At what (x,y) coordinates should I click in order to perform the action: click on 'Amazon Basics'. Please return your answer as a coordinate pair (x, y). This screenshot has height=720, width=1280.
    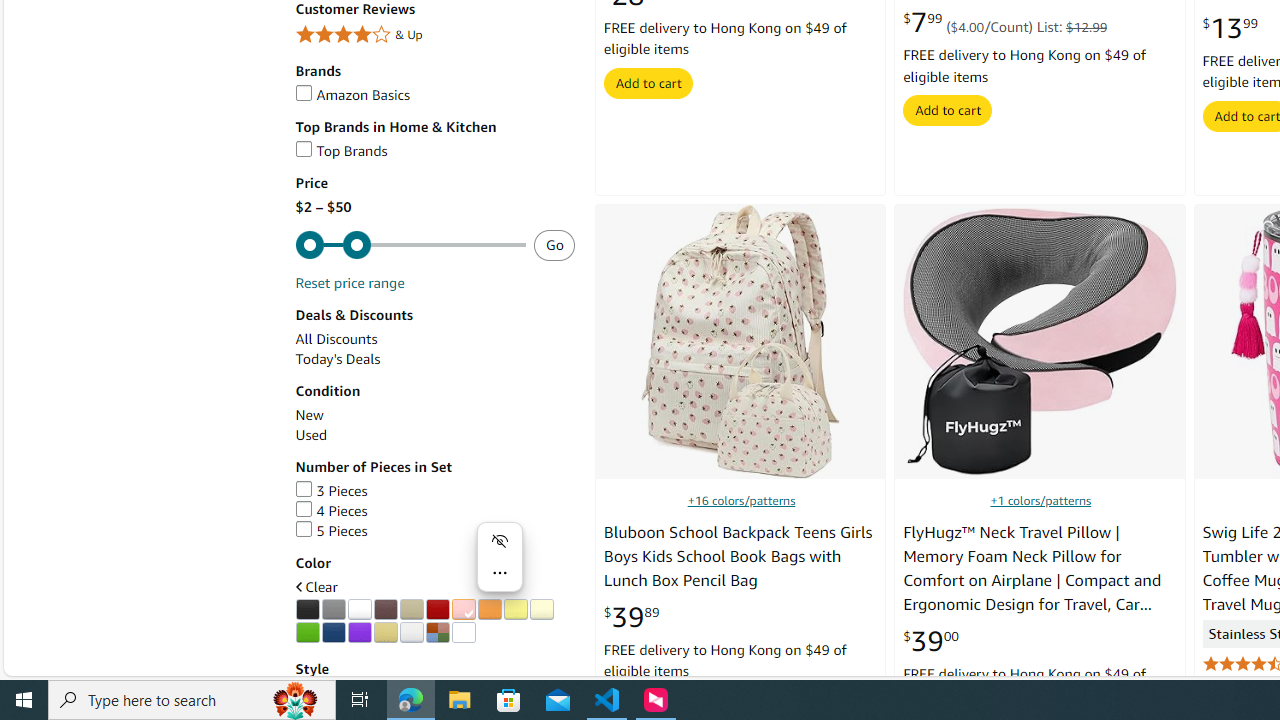
    Looking at the image, I should click on (352, 95).